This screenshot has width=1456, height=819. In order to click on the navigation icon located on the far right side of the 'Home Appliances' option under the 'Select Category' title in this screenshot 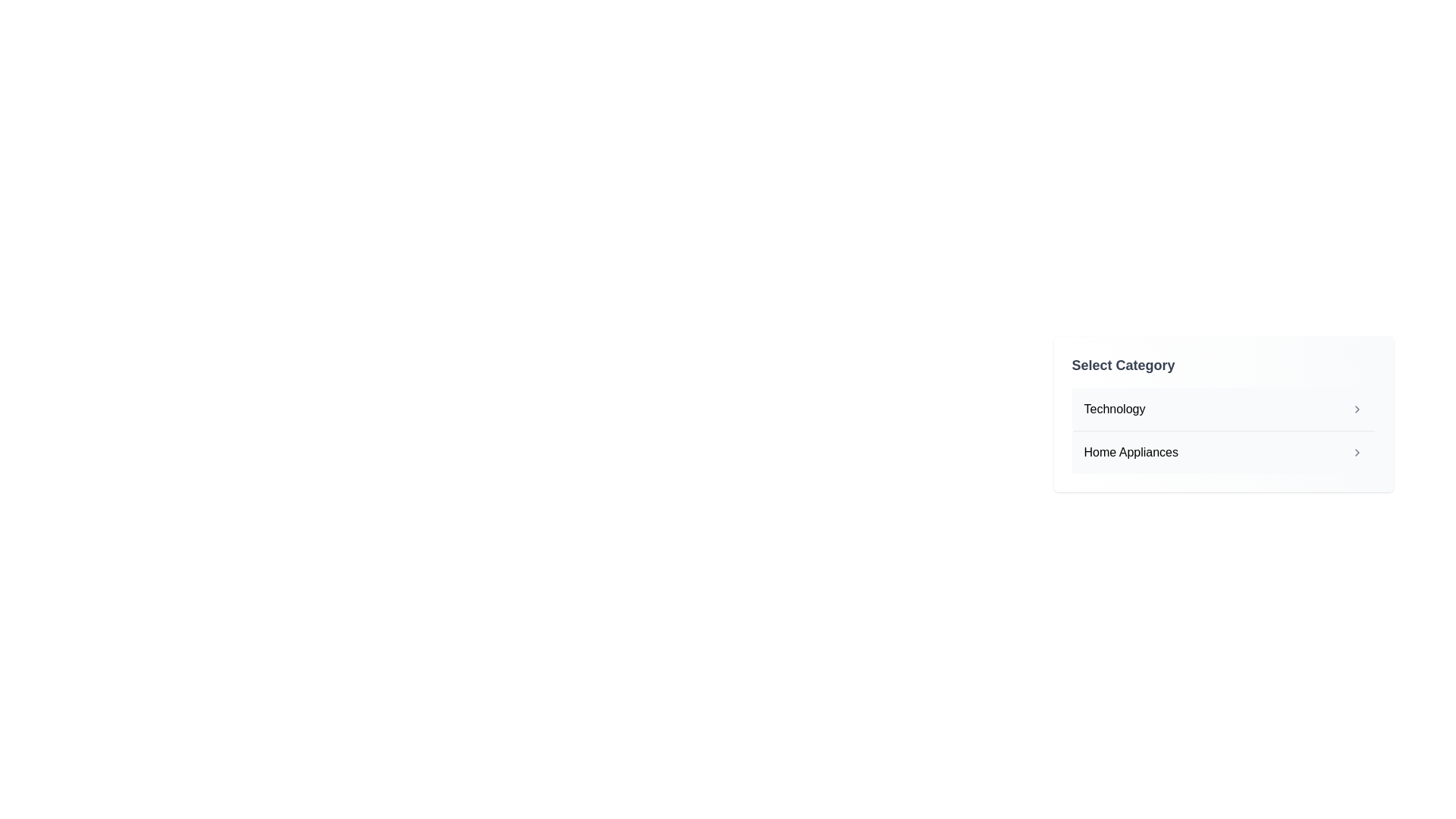, I will do `click(1357, 452)`.